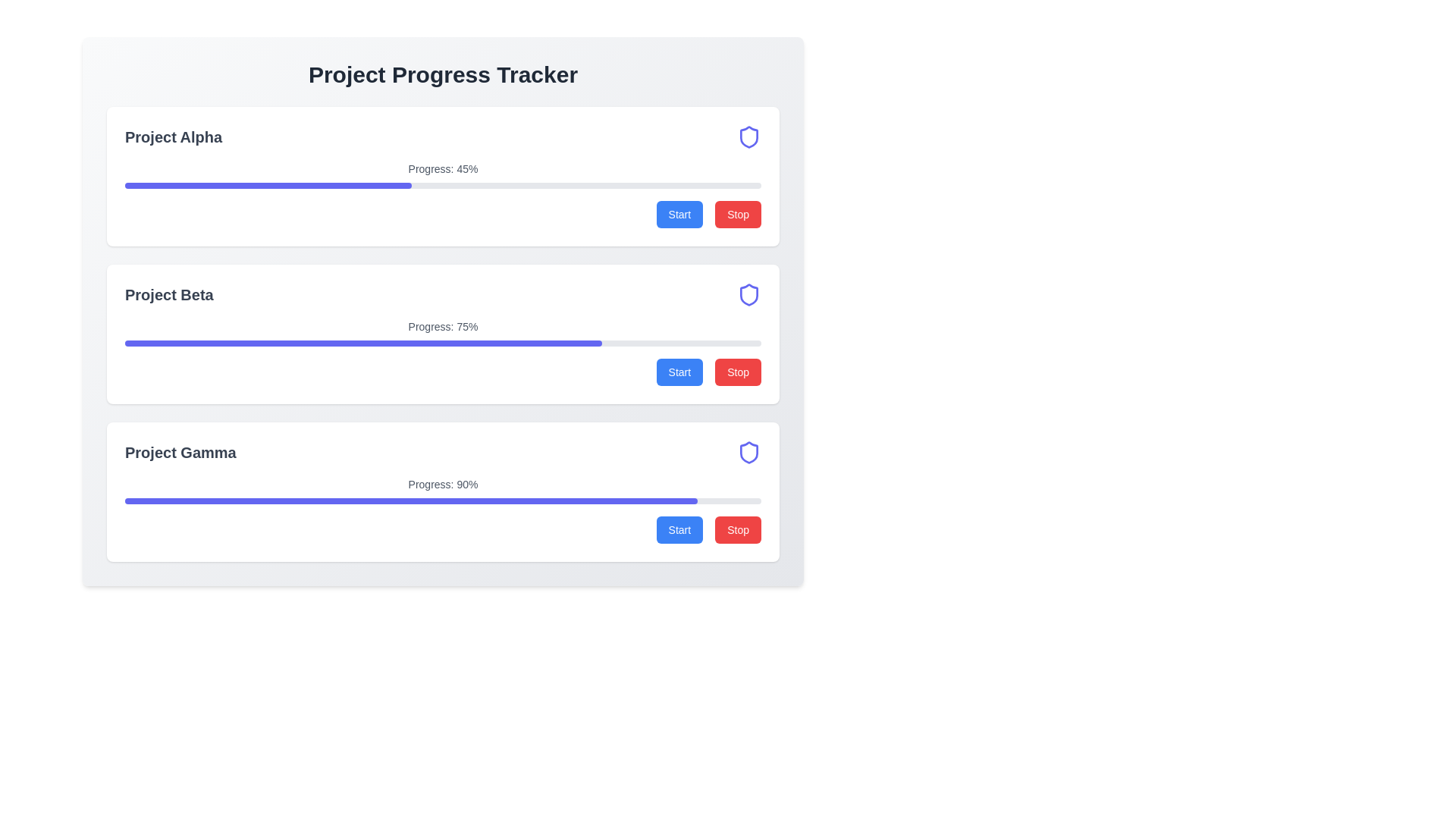 This screenshot has height=819, width=1456. Describe the element at coordinates (749, 137) in the screenshot. I see `the security indicator icon related to 'Project Alpha', which is located on the rightmost side of the interface, aligned with the text of 'Project Alpha'` at that location.